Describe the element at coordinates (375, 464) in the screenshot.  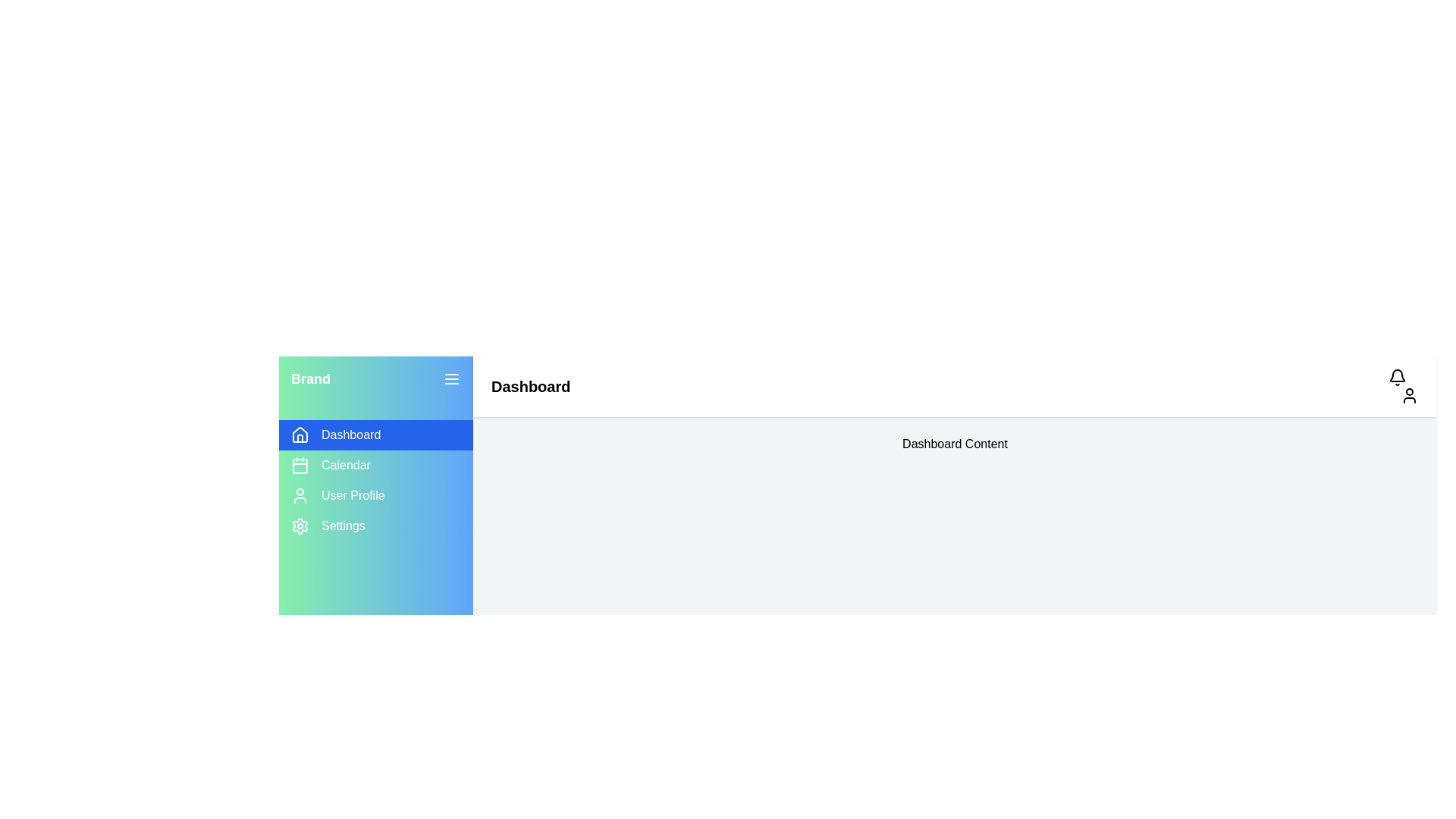
I see `the 'Calendar' menu item, which is the second item in the vertical navigation menu located on the left side of the interface, positioned between 'Dashboard' and 'User Profile'` at that location.